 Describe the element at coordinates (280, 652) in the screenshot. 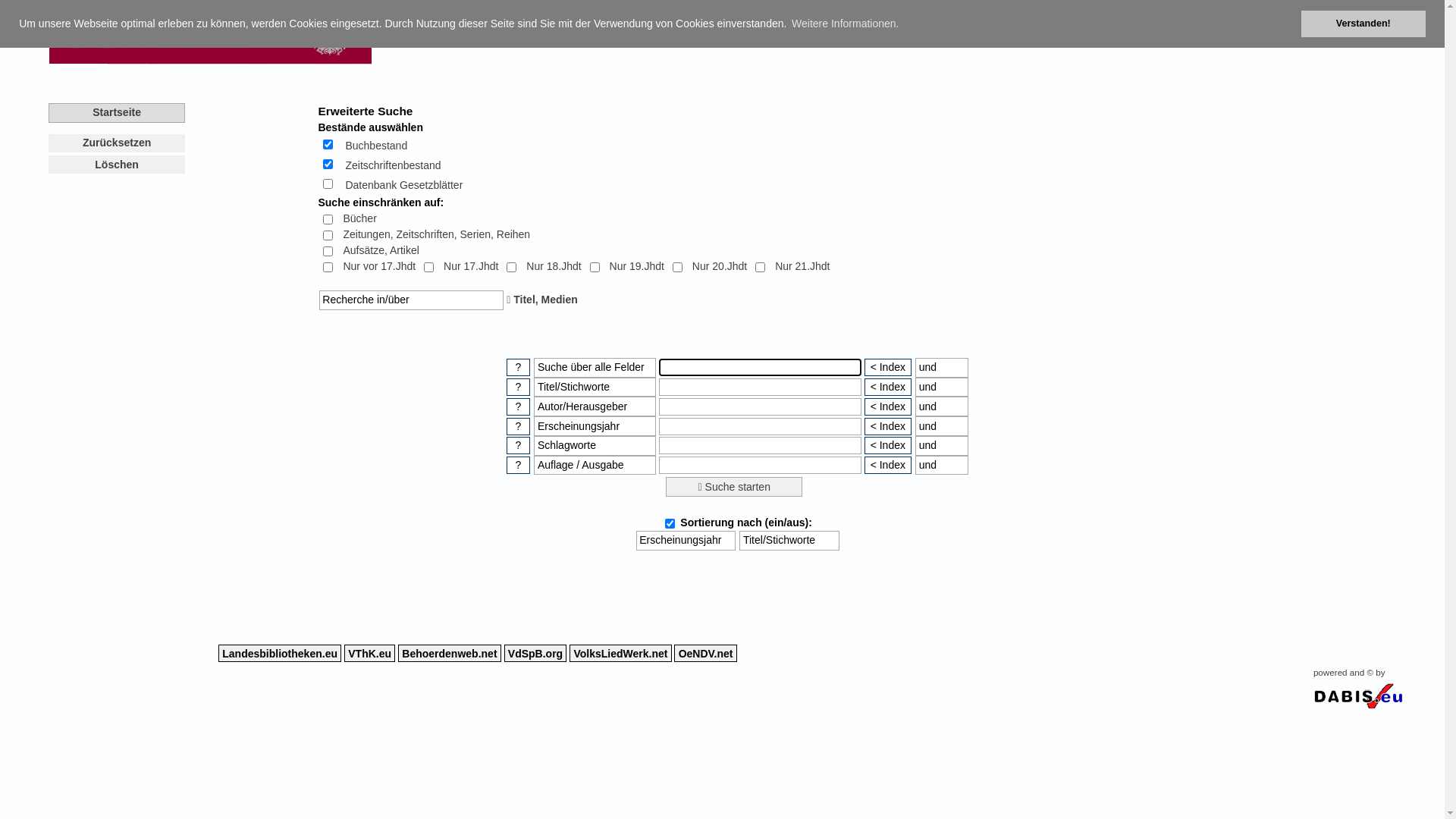

I see `'Landesbibliotheken.eu'` at that location.